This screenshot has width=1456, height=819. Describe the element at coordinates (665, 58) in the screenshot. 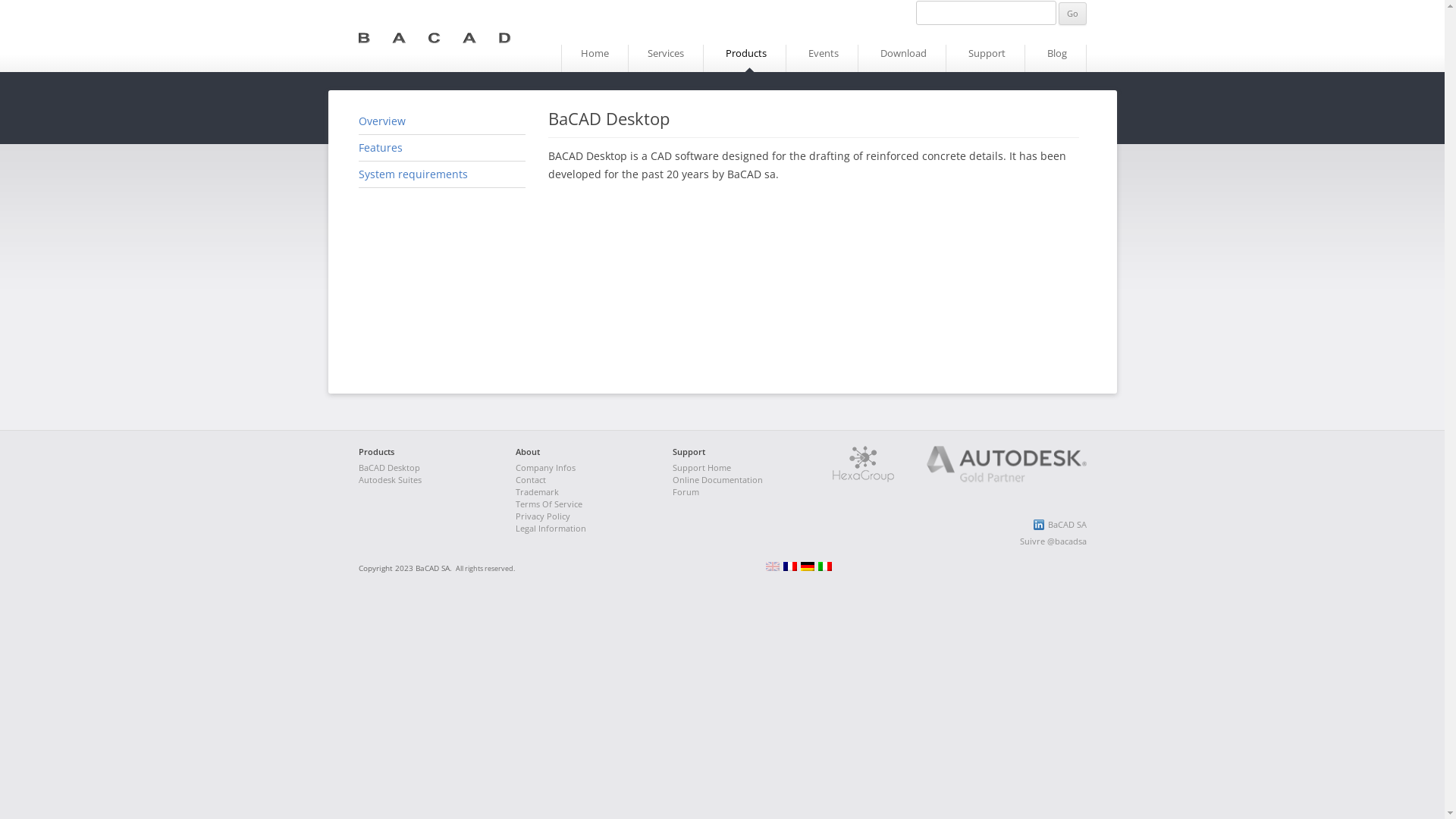

I see `'Services'` at that location.